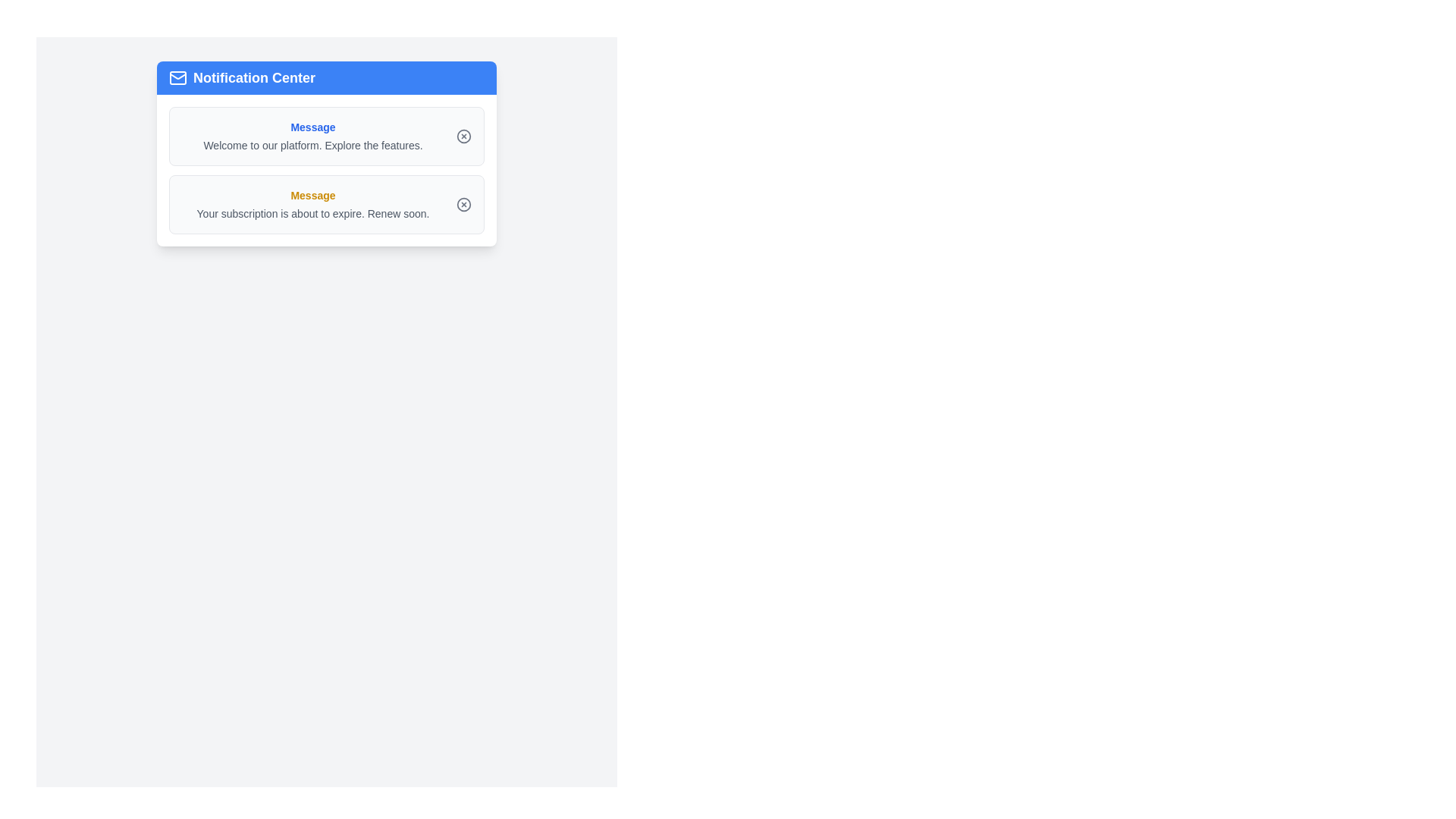  What do you see at coordinates (254, 78) in the screenshot?
I see `the text label that serves as the title or header for the notification section, which is centrally aligned at the top of the blue header bar` at bounding box center [254, 78].